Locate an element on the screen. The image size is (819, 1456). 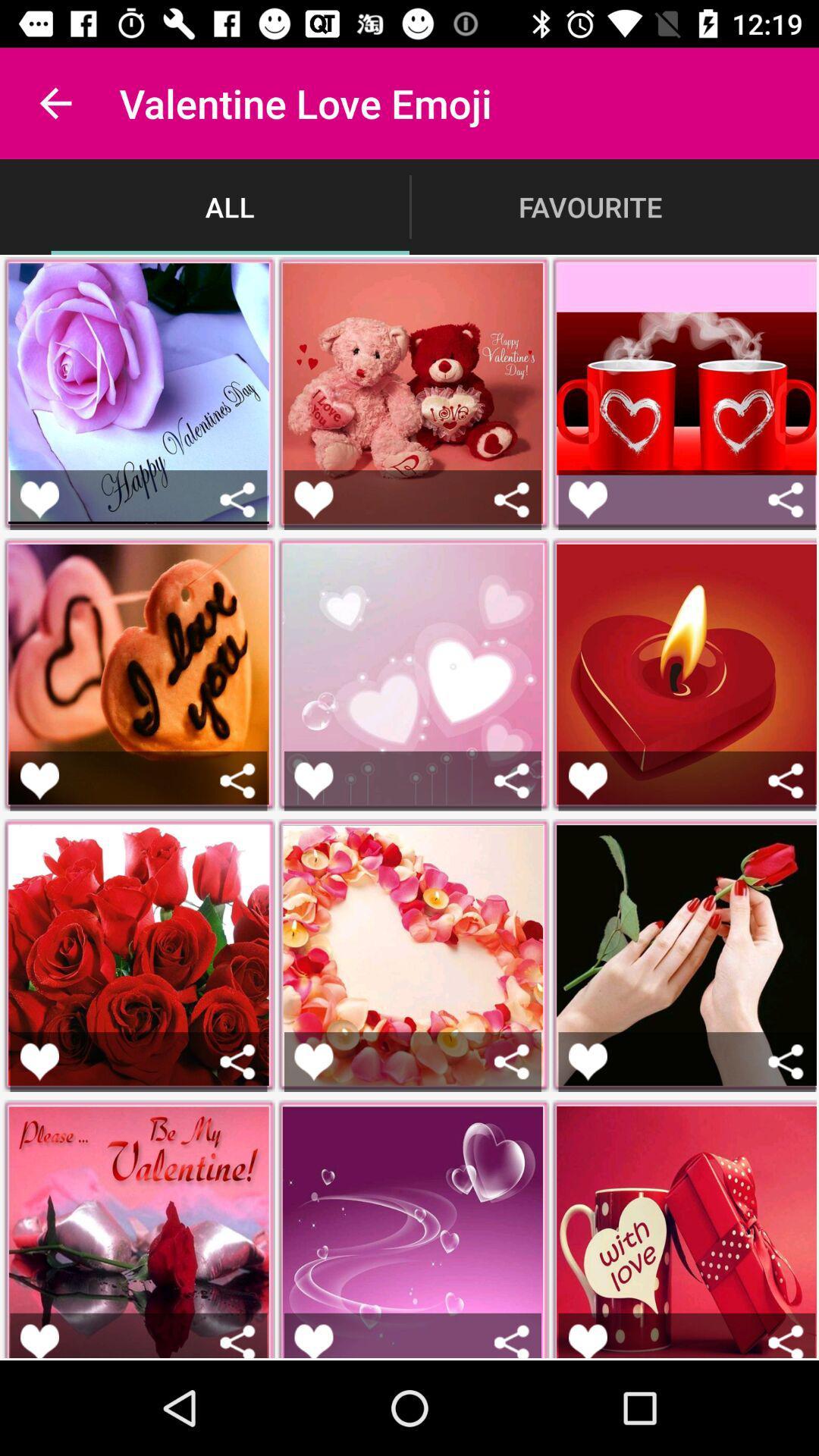
share the article is located at coordinates (39, 780).